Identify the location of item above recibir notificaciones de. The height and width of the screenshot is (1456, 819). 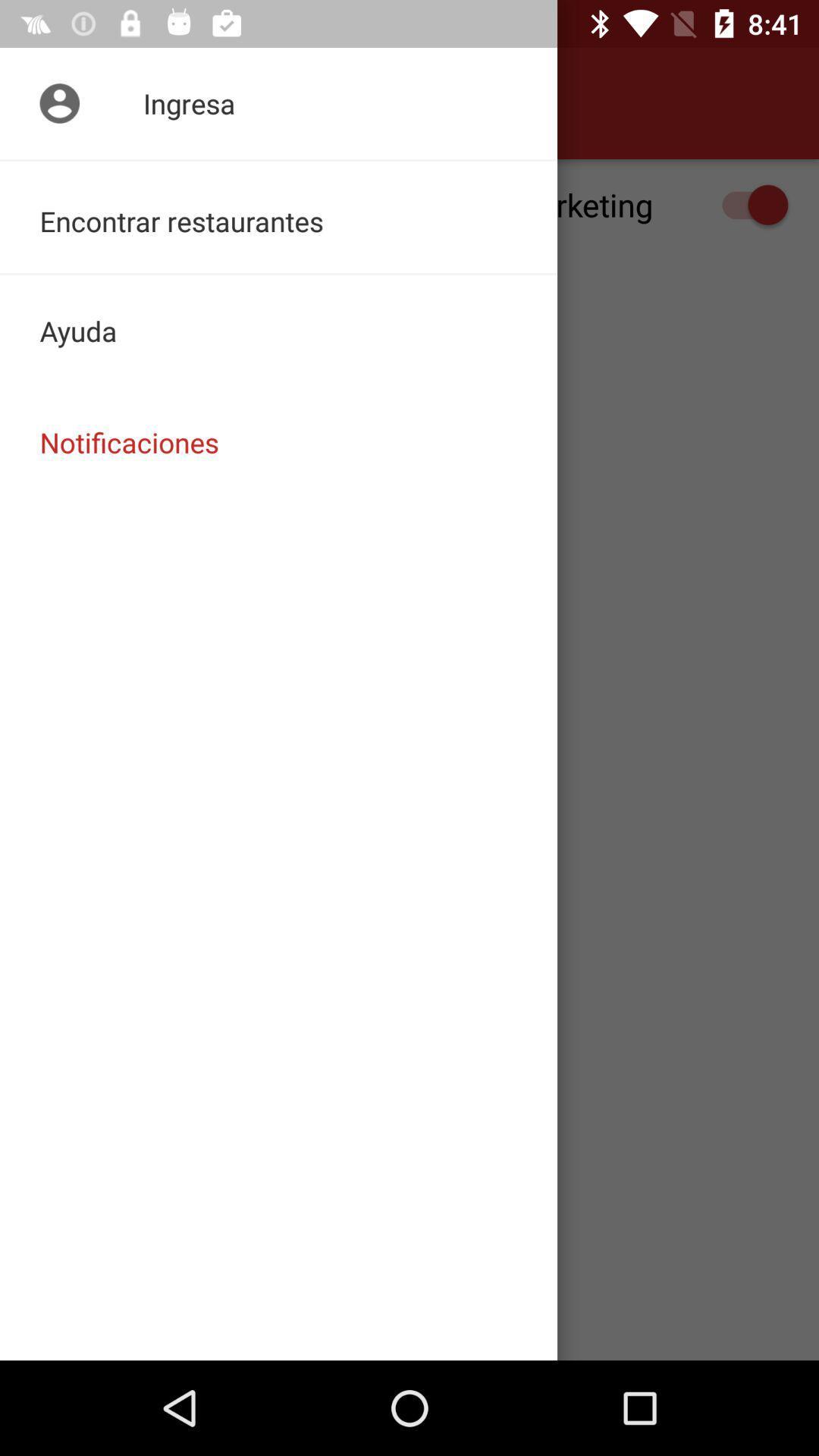
(55, 102).